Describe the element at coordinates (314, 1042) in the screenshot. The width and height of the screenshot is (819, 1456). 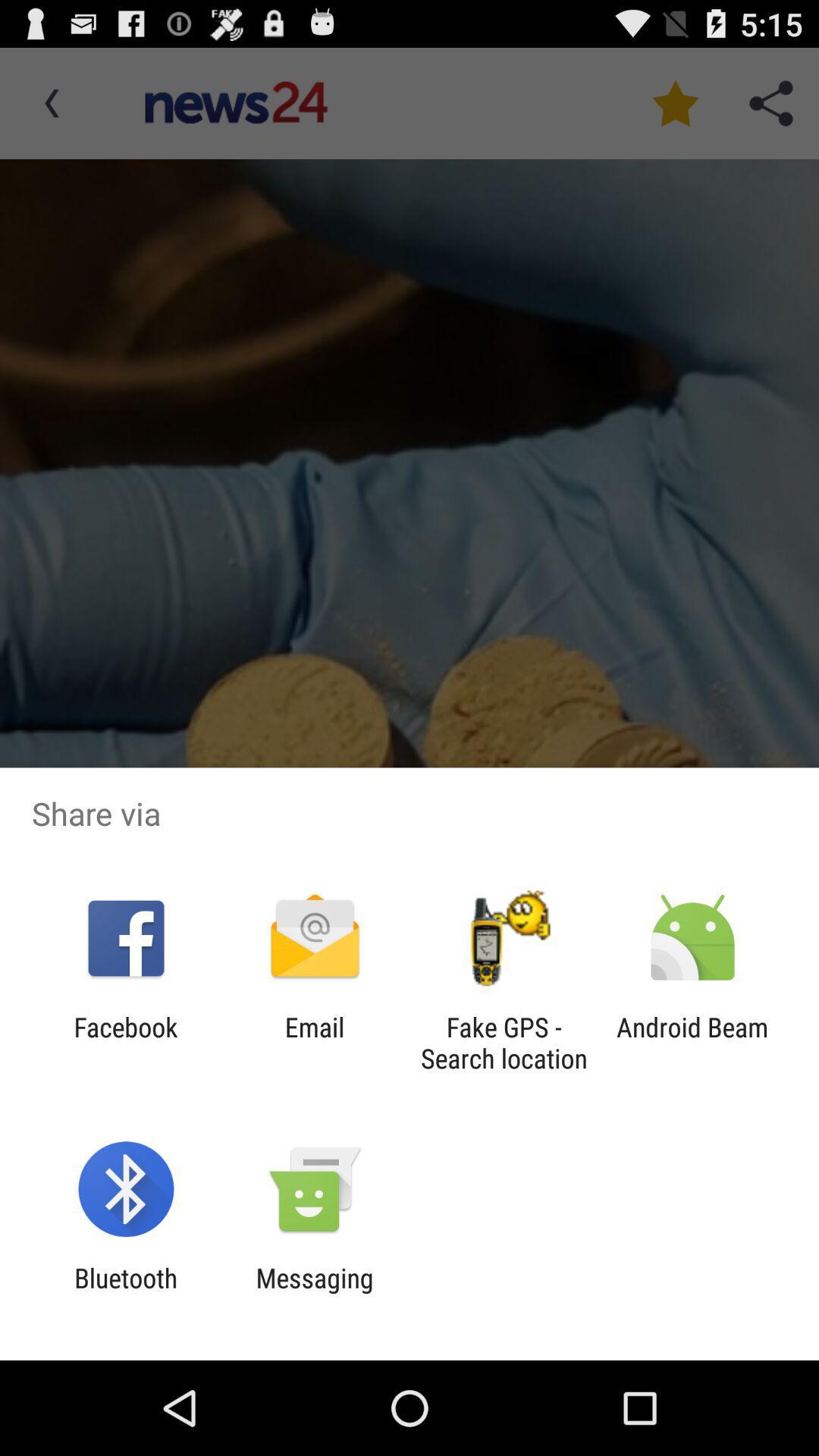
I see `item next to the fake gps search icon` at that location.